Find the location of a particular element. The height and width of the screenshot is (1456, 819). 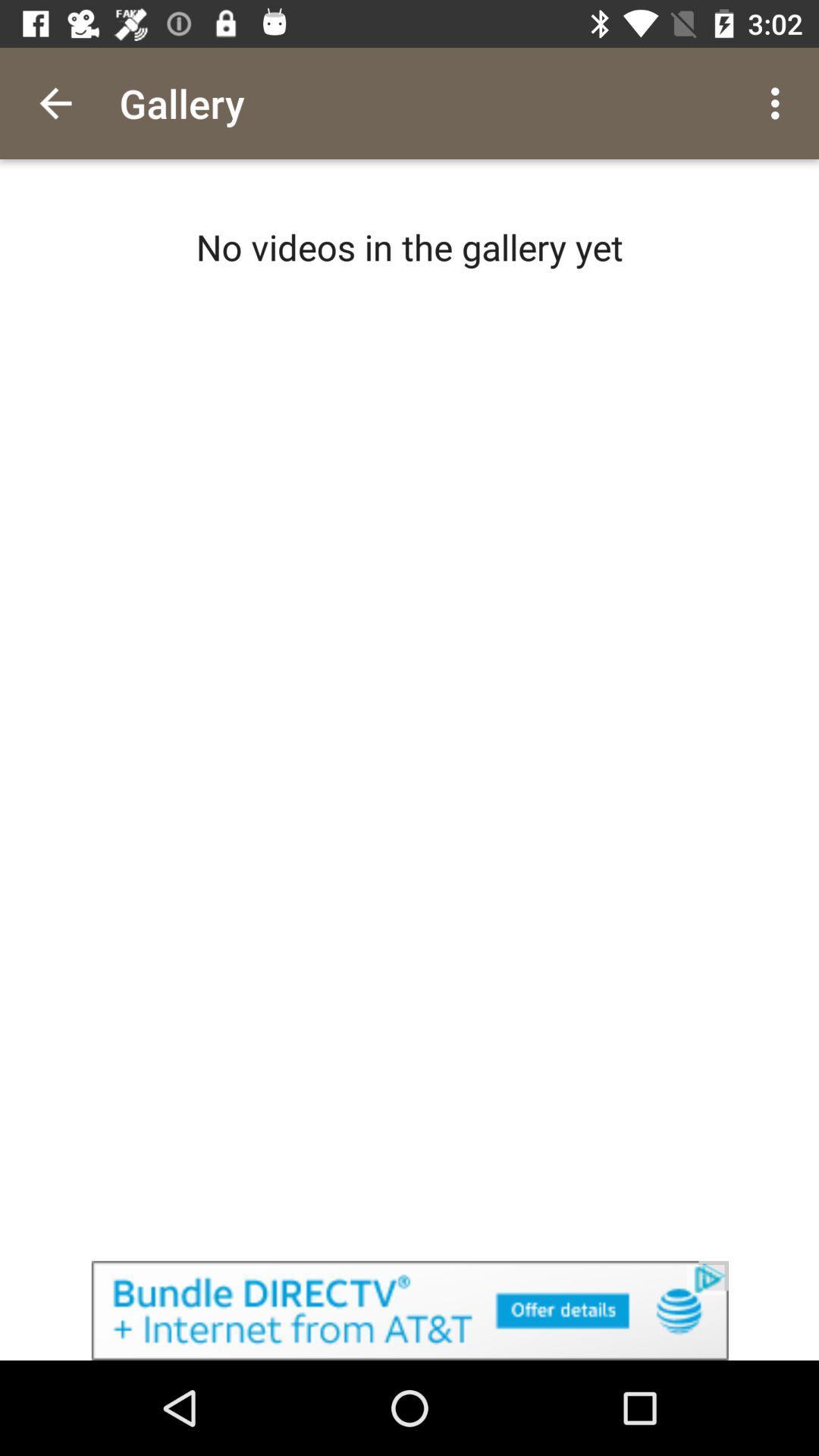

advertising is located at coordinates (409, 1310).